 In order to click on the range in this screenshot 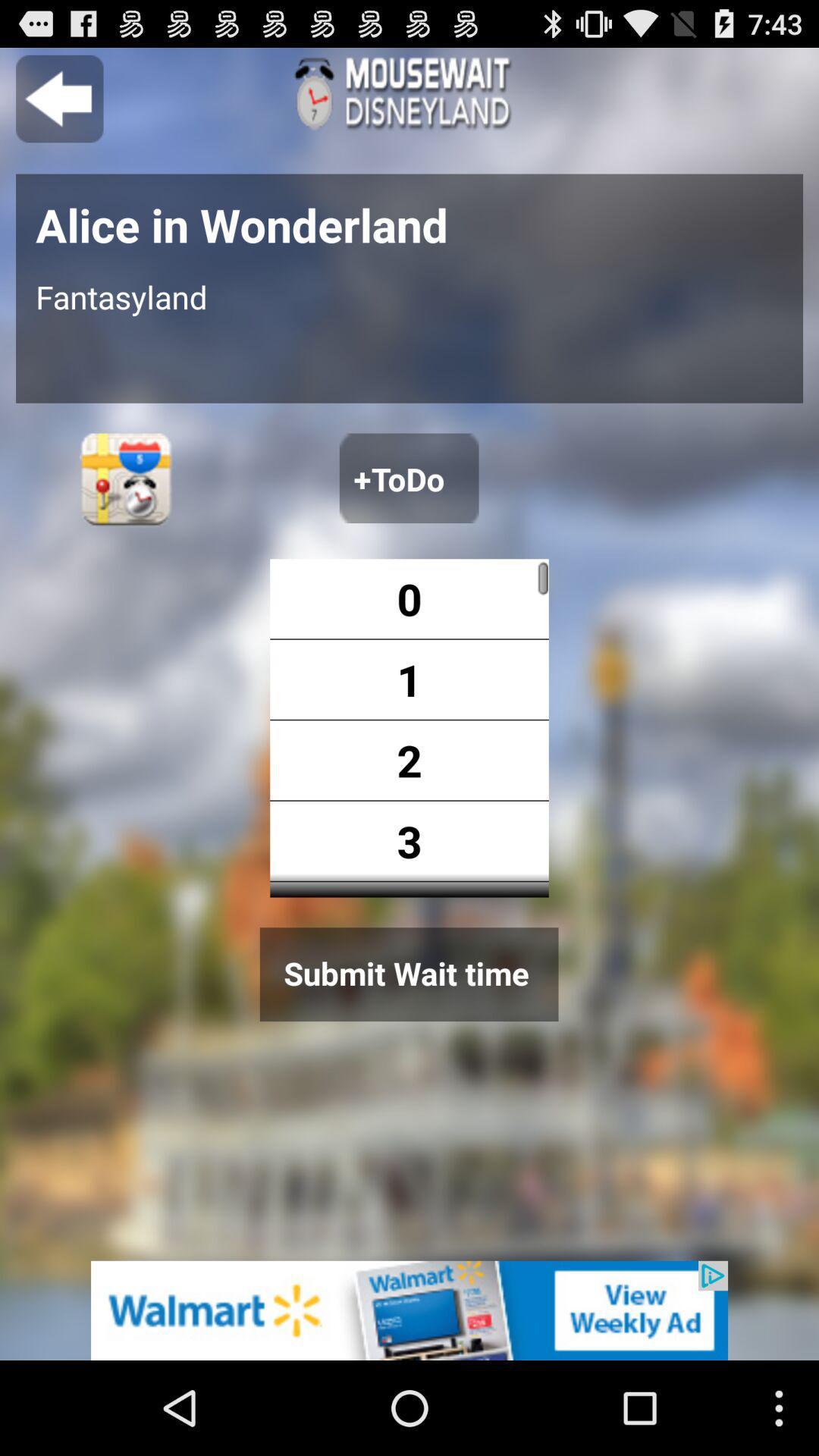, I will do `click(499, 728)`.